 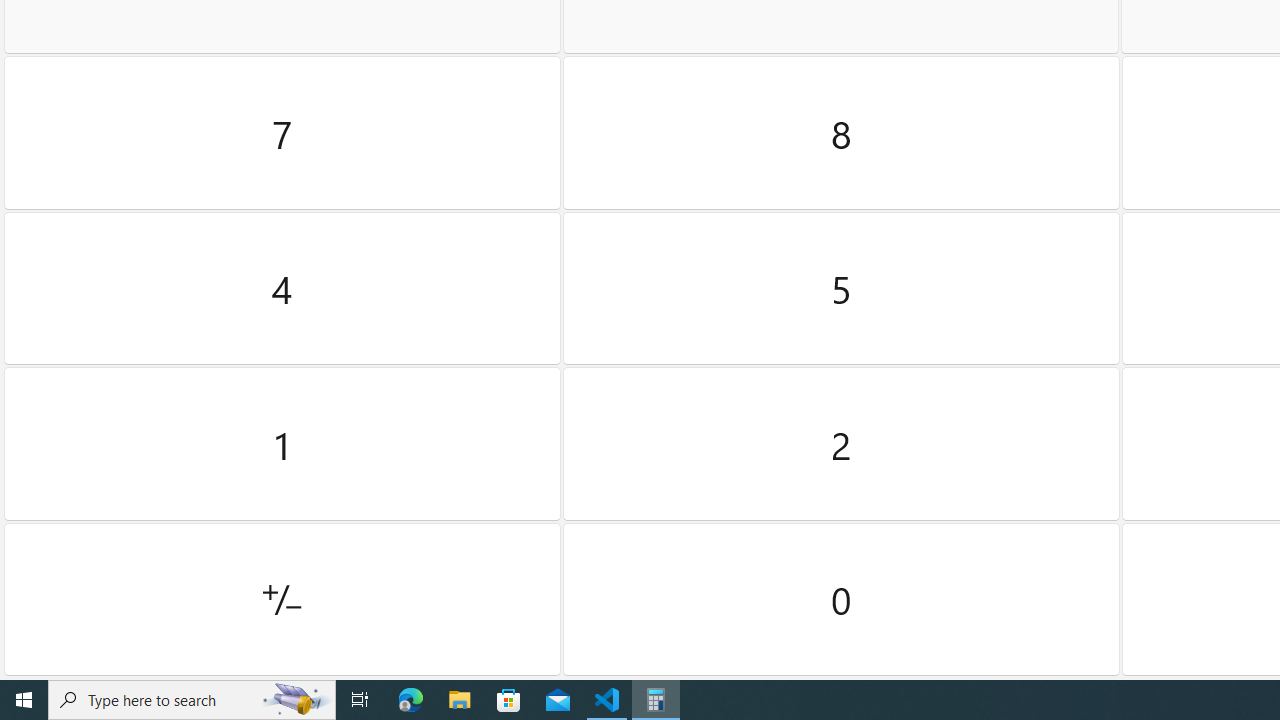 I want to click on 'Calculator - 1 running window', so click(x=656, y=698).